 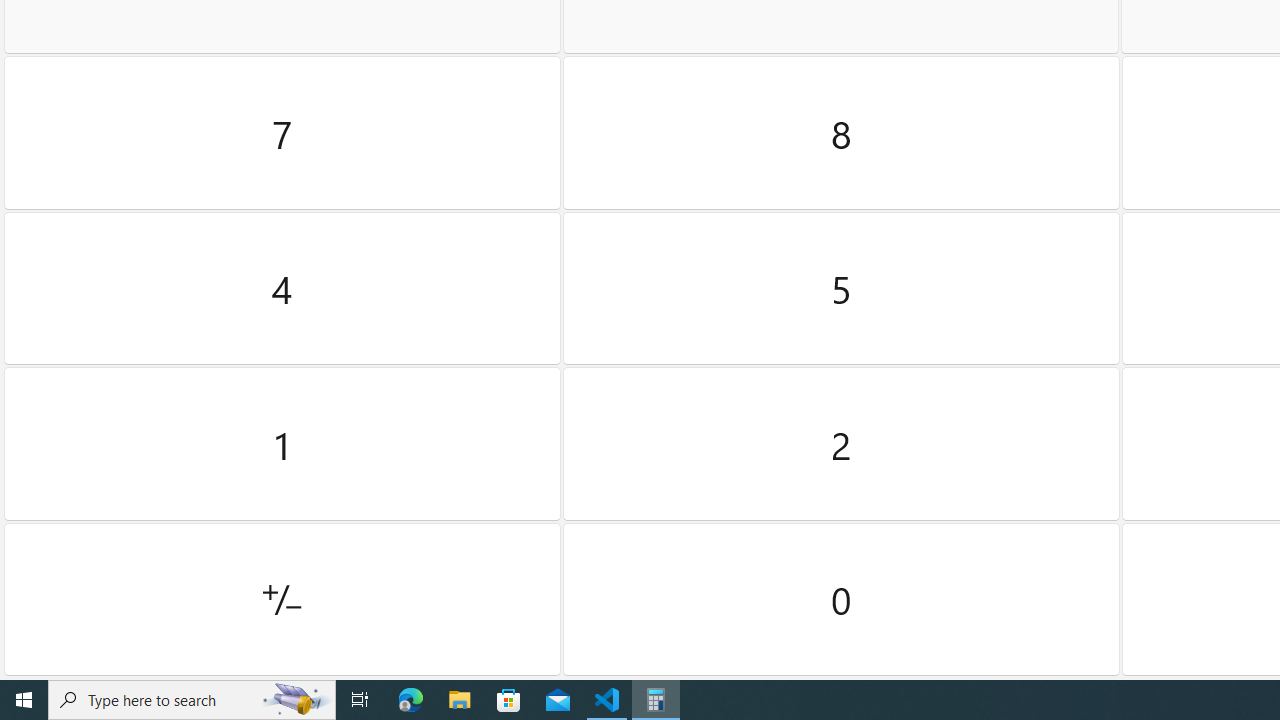 I want to click on 'Calculator - 1 running window', so click(x=656, y=698).